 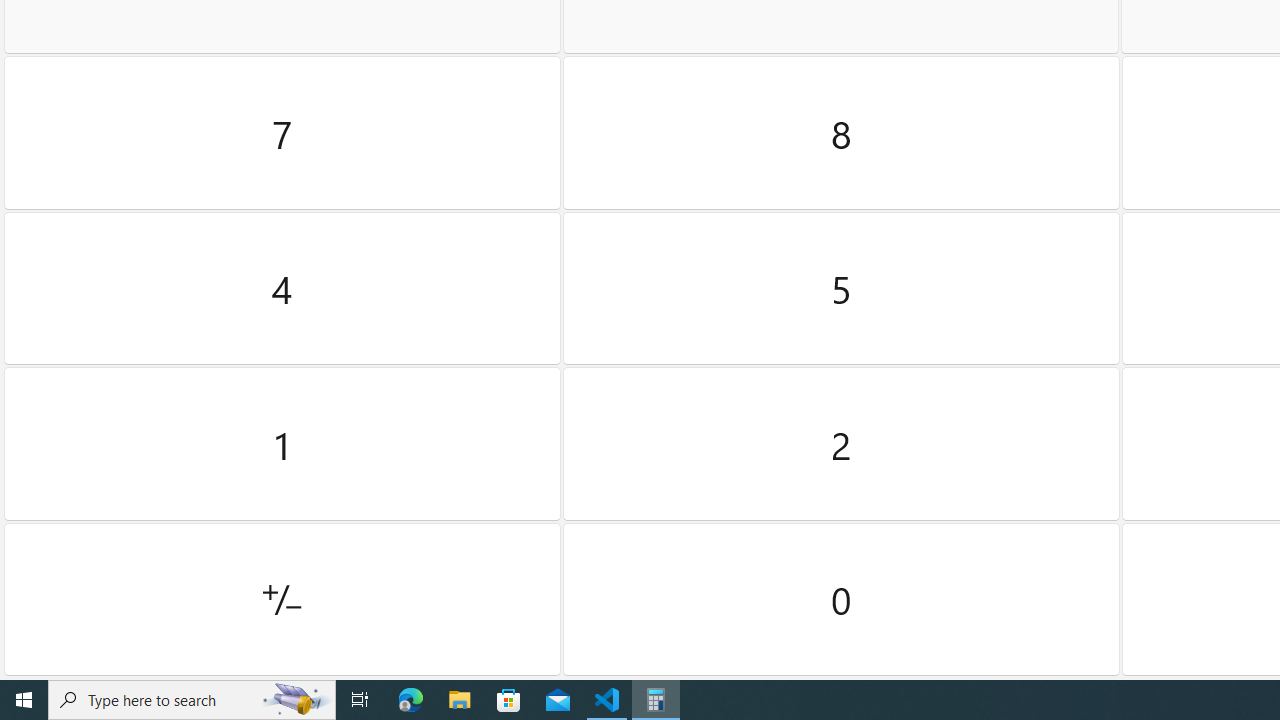 I want to click on 'Calculator - 1 running window', so click(x=656, y=698).